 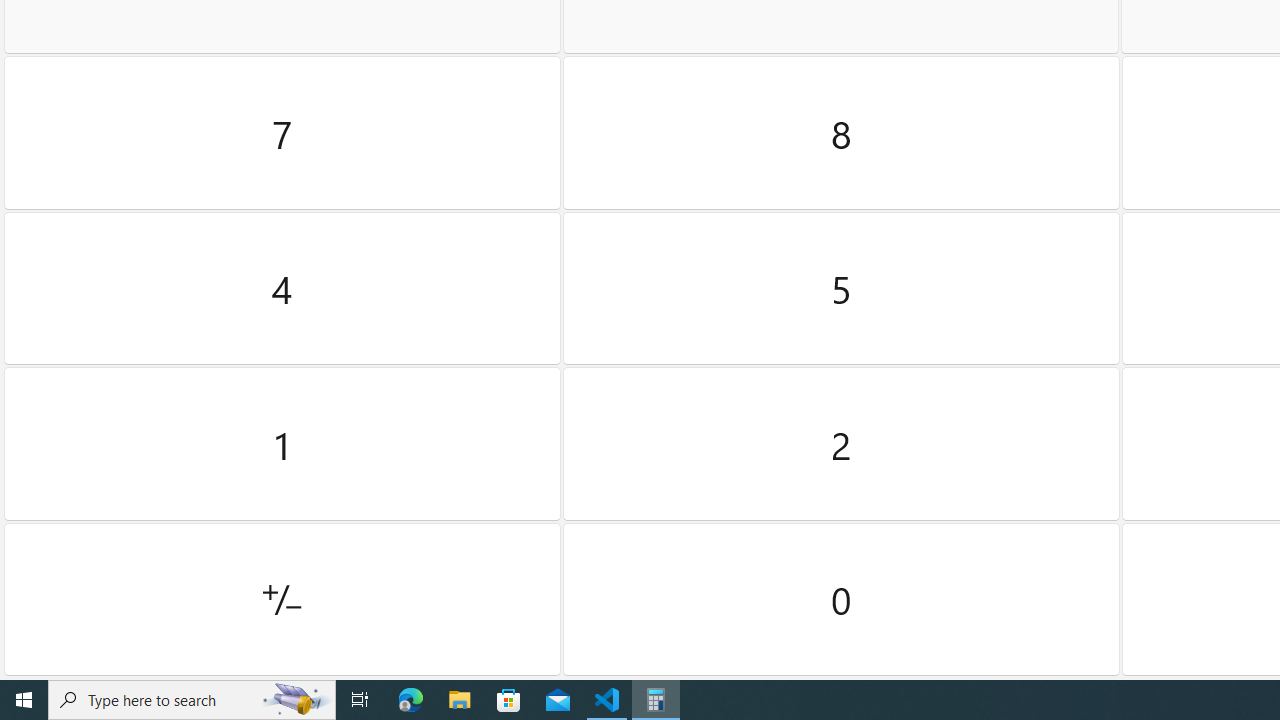 I want to click on 'Calculator - 1 running window', so click(x=656, y=698).